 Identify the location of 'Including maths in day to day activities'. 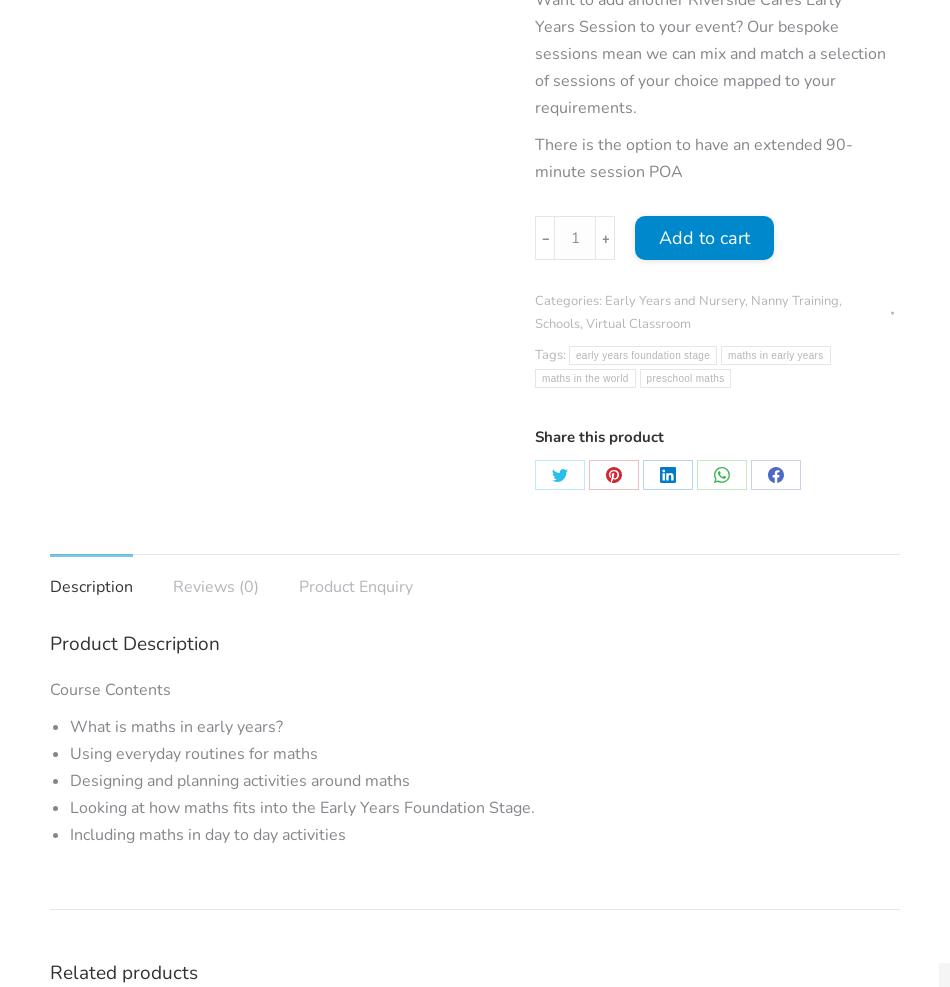
(70, 835).